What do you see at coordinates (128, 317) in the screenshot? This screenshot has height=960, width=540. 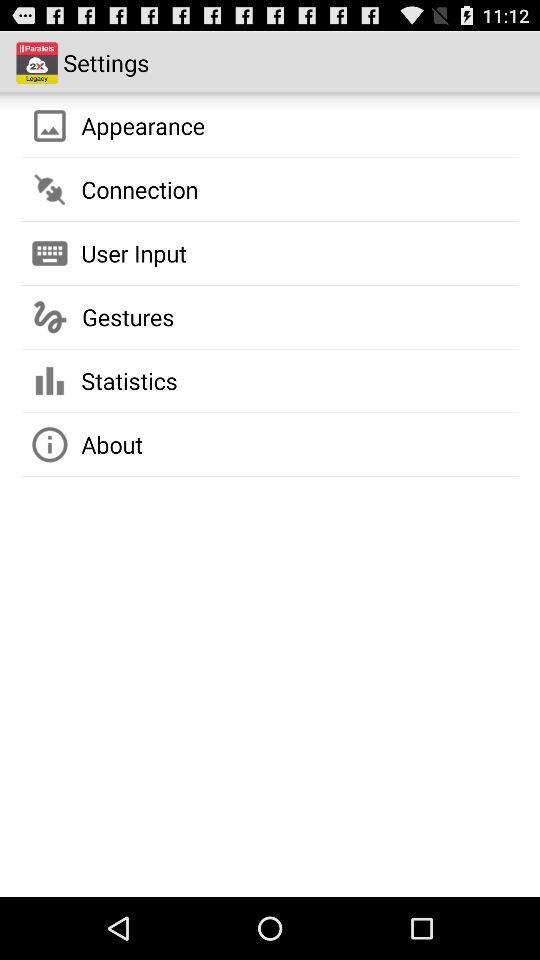 I see `the item above the statistics icon` at bounding box center [128, 317].